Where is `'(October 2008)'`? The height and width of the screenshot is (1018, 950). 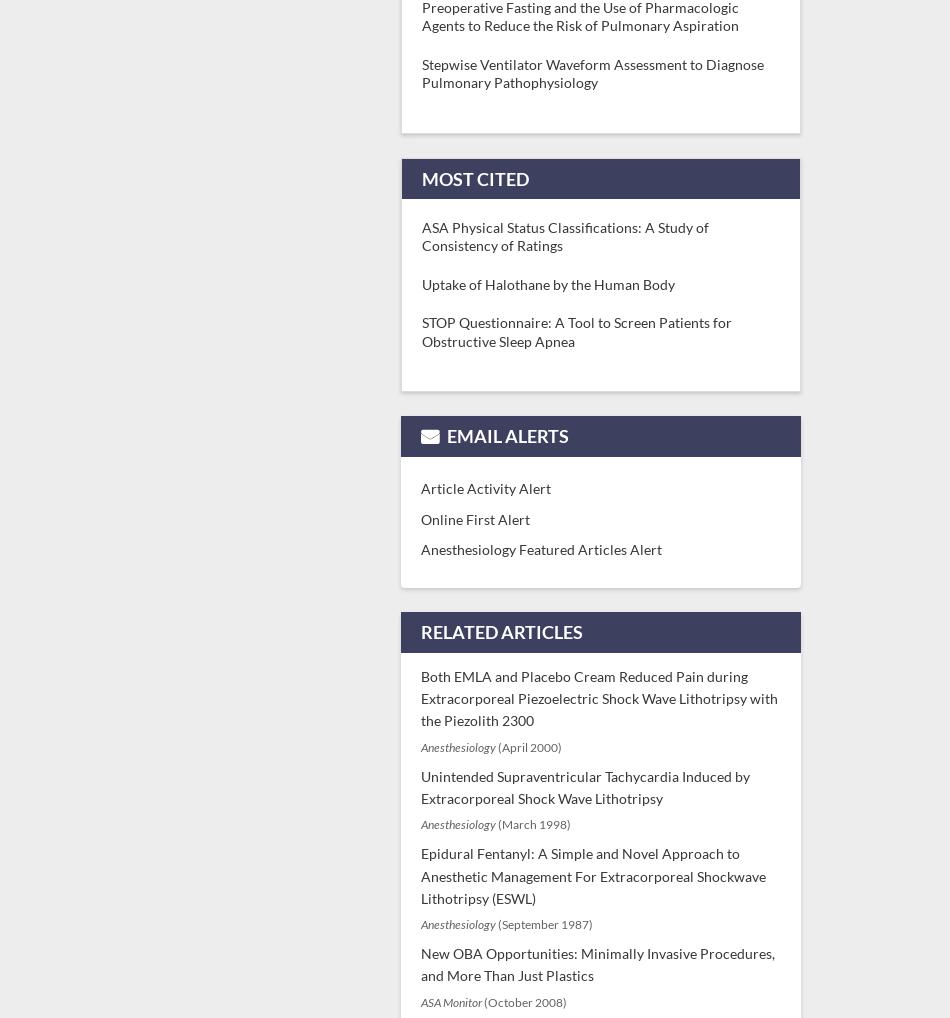 '(October 2008)' is located at coordinates (525, 1001).